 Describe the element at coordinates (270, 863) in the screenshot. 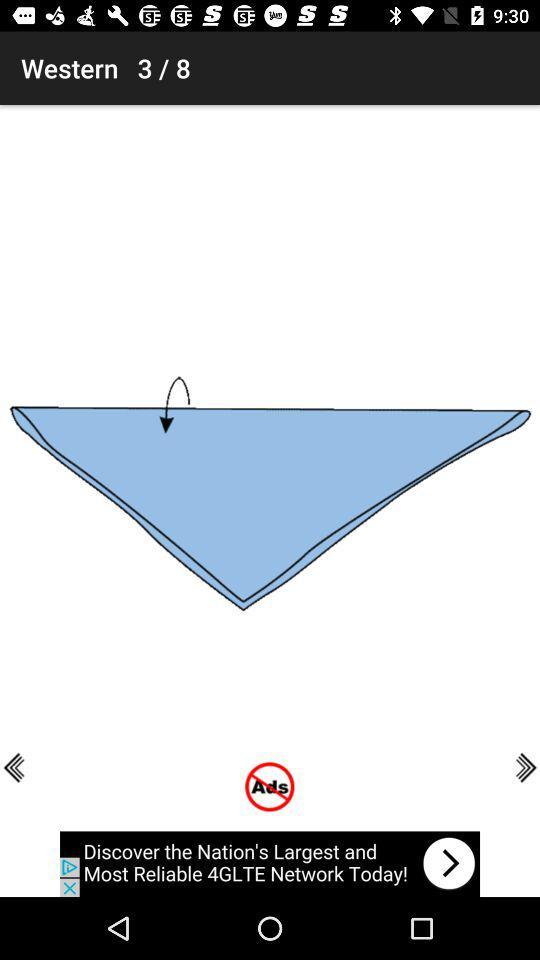

I see `discover the nation 's largest and most reliable 4glet network today` at that location.